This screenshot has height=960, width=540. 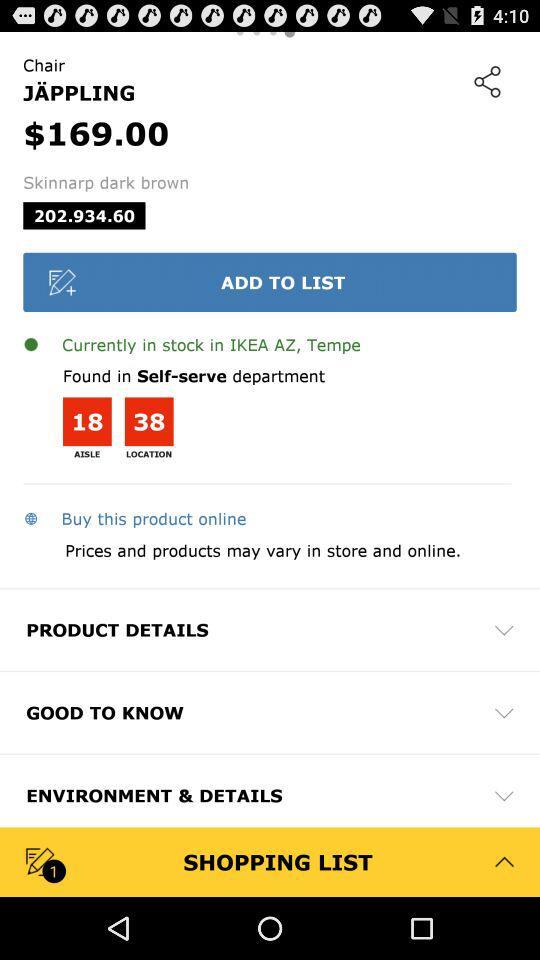 I want to click on the dropdown option  right to good to know, so click(x=503, y=712).